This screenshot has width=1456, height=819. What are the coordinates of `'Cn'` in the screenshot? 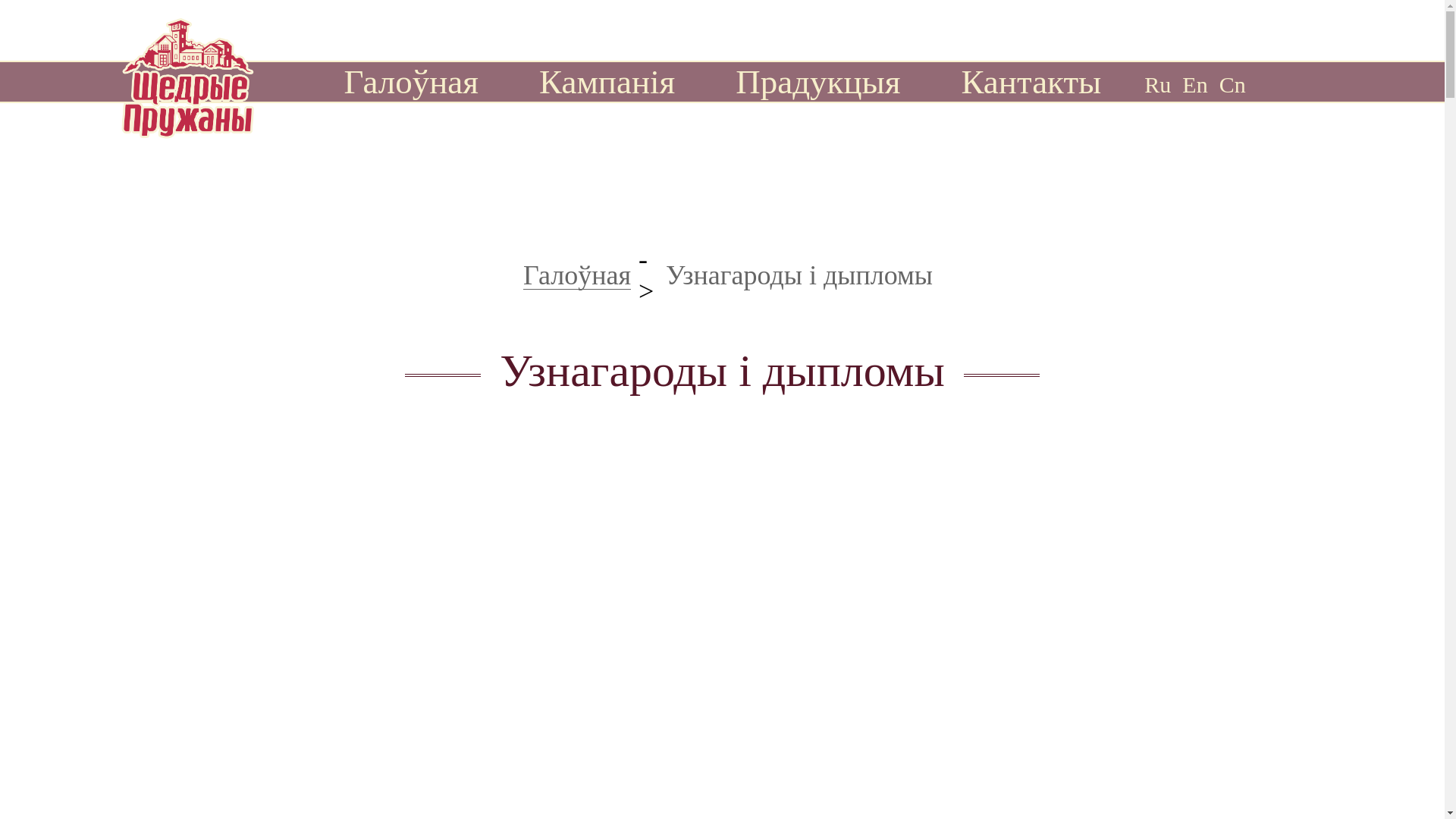 It's located at (1232, 83).